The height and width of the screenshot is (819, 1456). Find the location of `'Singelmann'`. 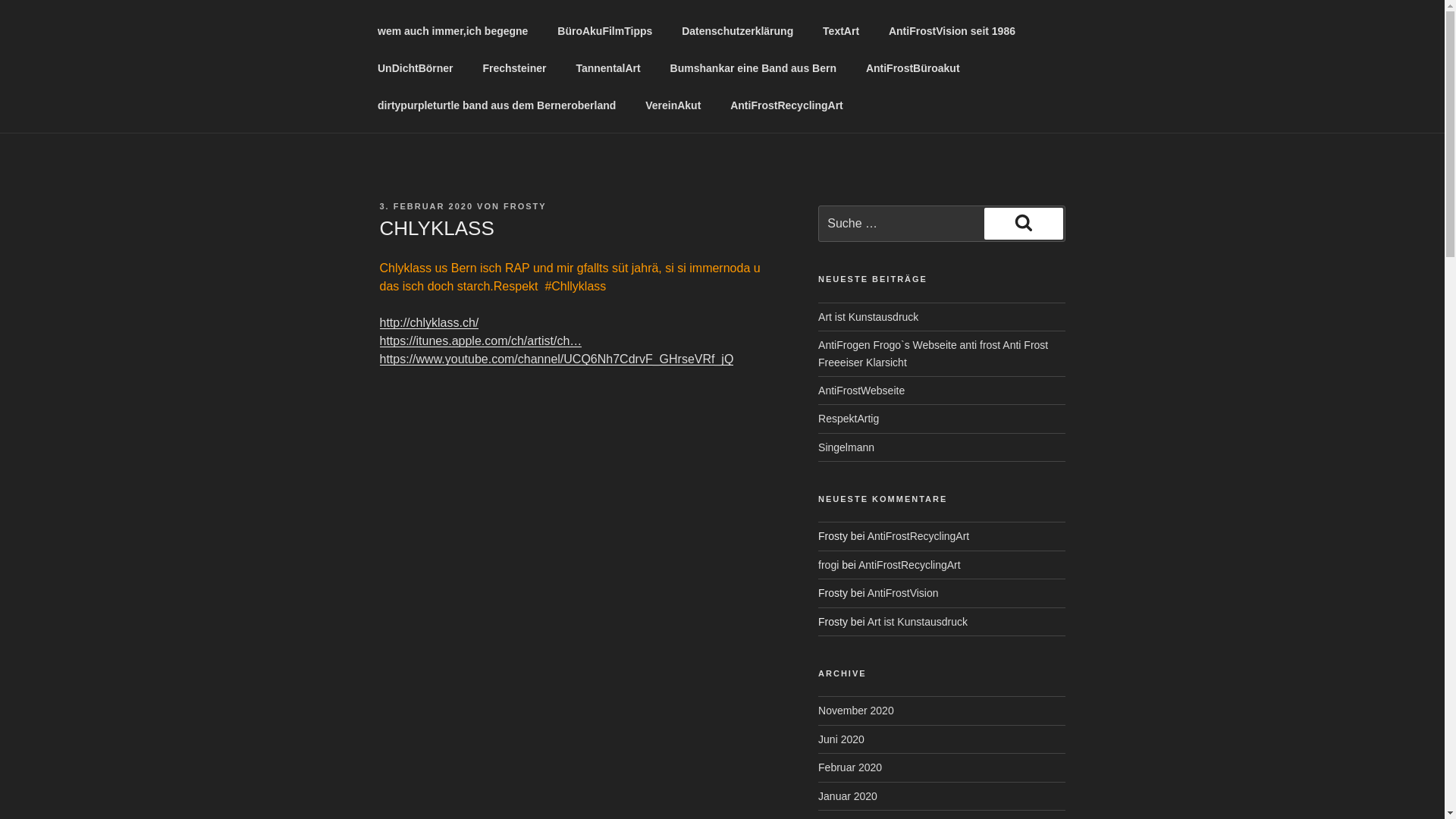

'Singelmann' is located at coordinates (846, 447).